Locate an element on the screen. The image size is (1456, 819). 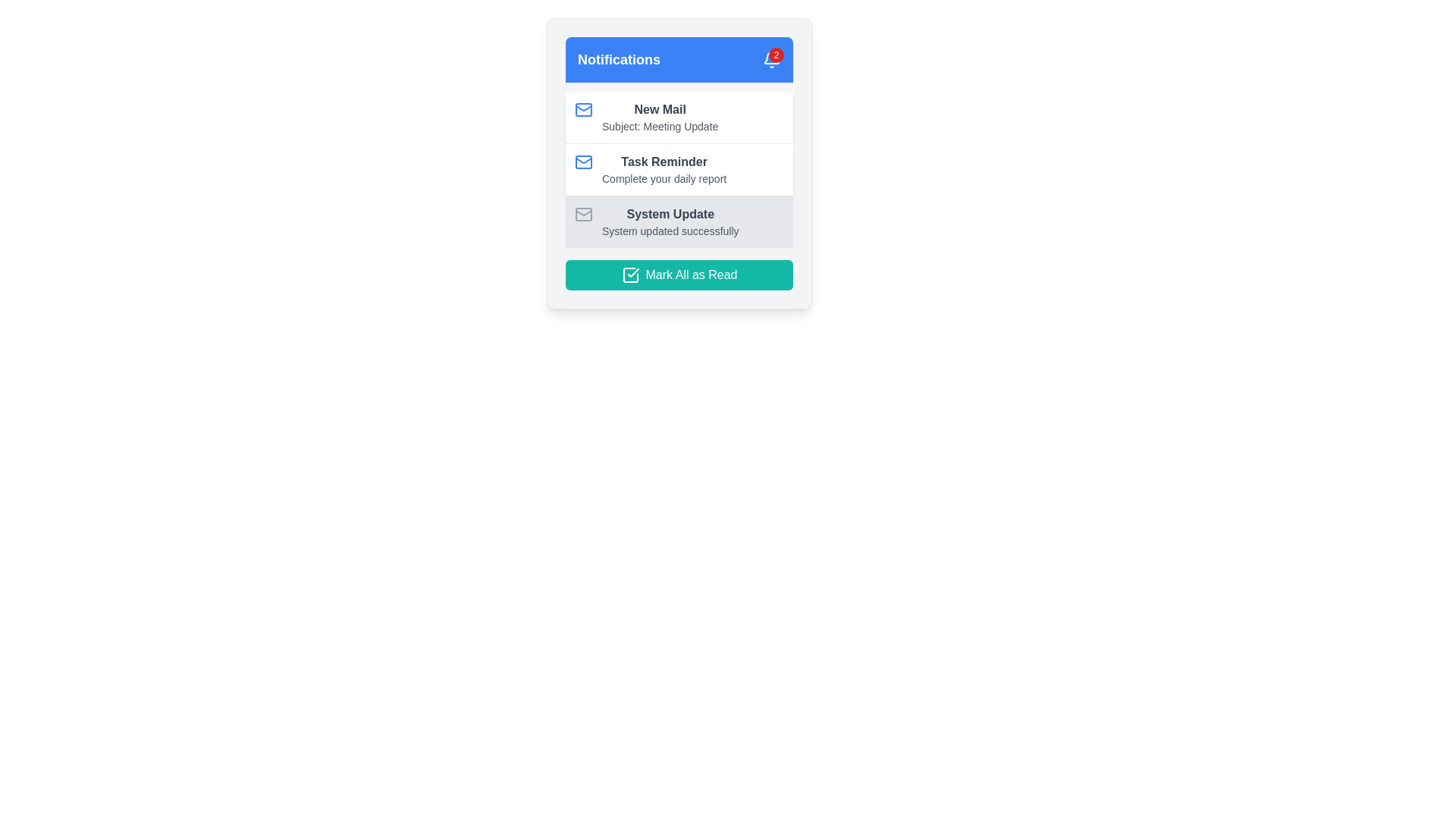
the gray rounded rectangle icon of the mail envelope, located in the bottom section of the 'System Update' notification card is located at coordinates (582, 214).